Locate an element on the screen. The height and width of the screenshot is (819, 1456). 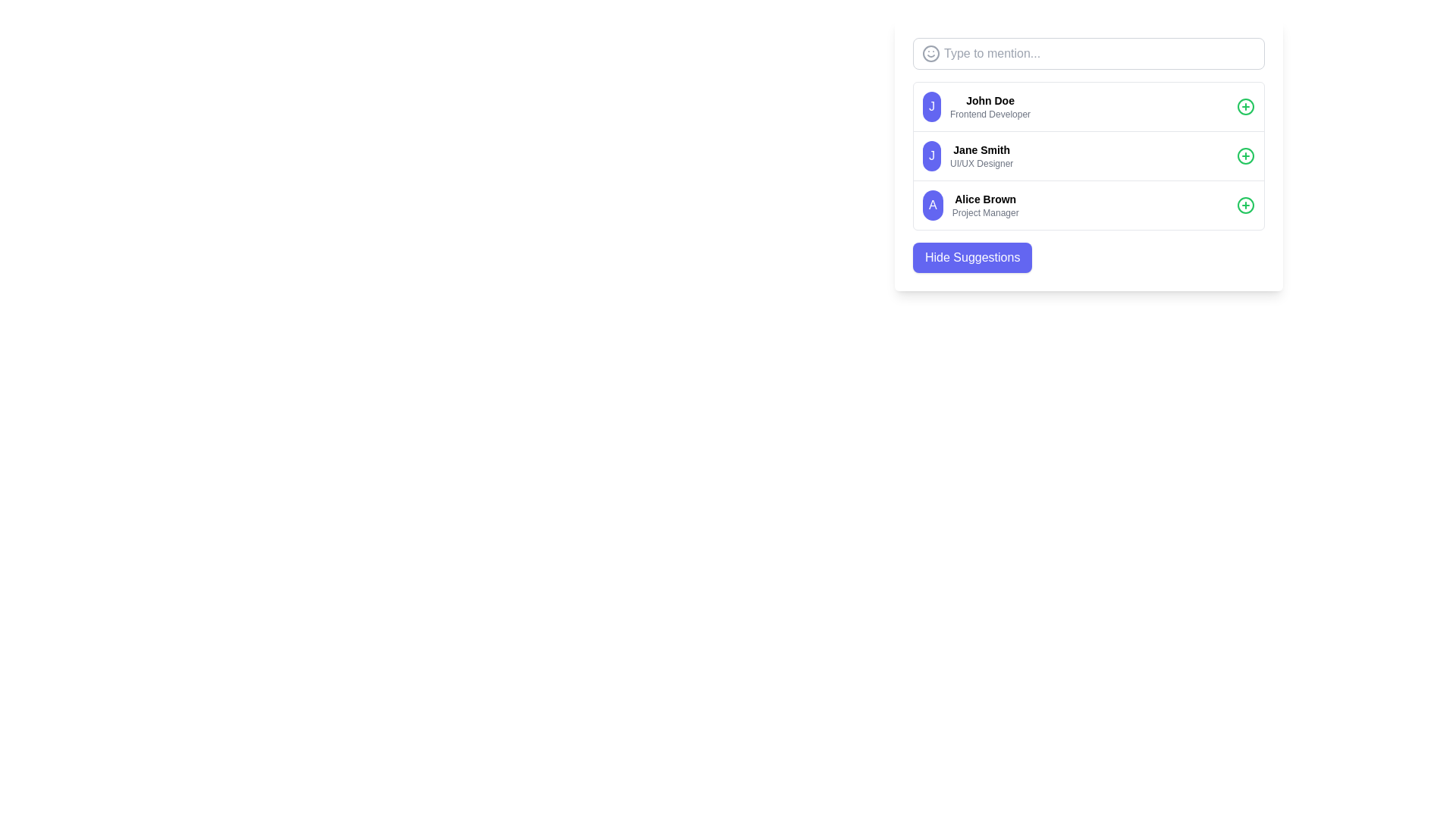
the second user card in the list displaying information about 'Jane Smith' is located at coordinates (1087, 155).